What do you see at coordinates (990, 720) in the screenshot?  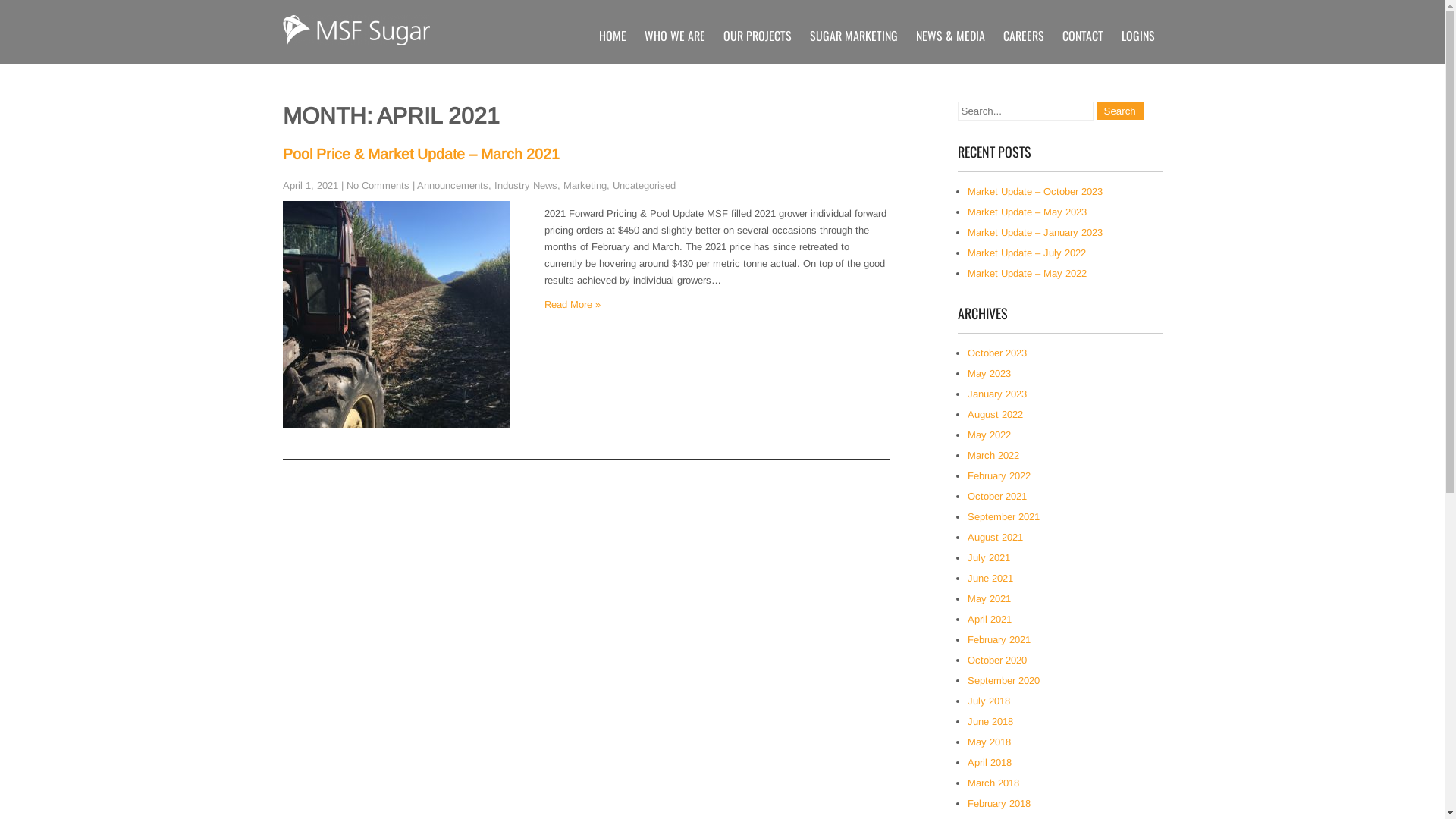 I see `'June 2018'` at bounding box center [990, 720].